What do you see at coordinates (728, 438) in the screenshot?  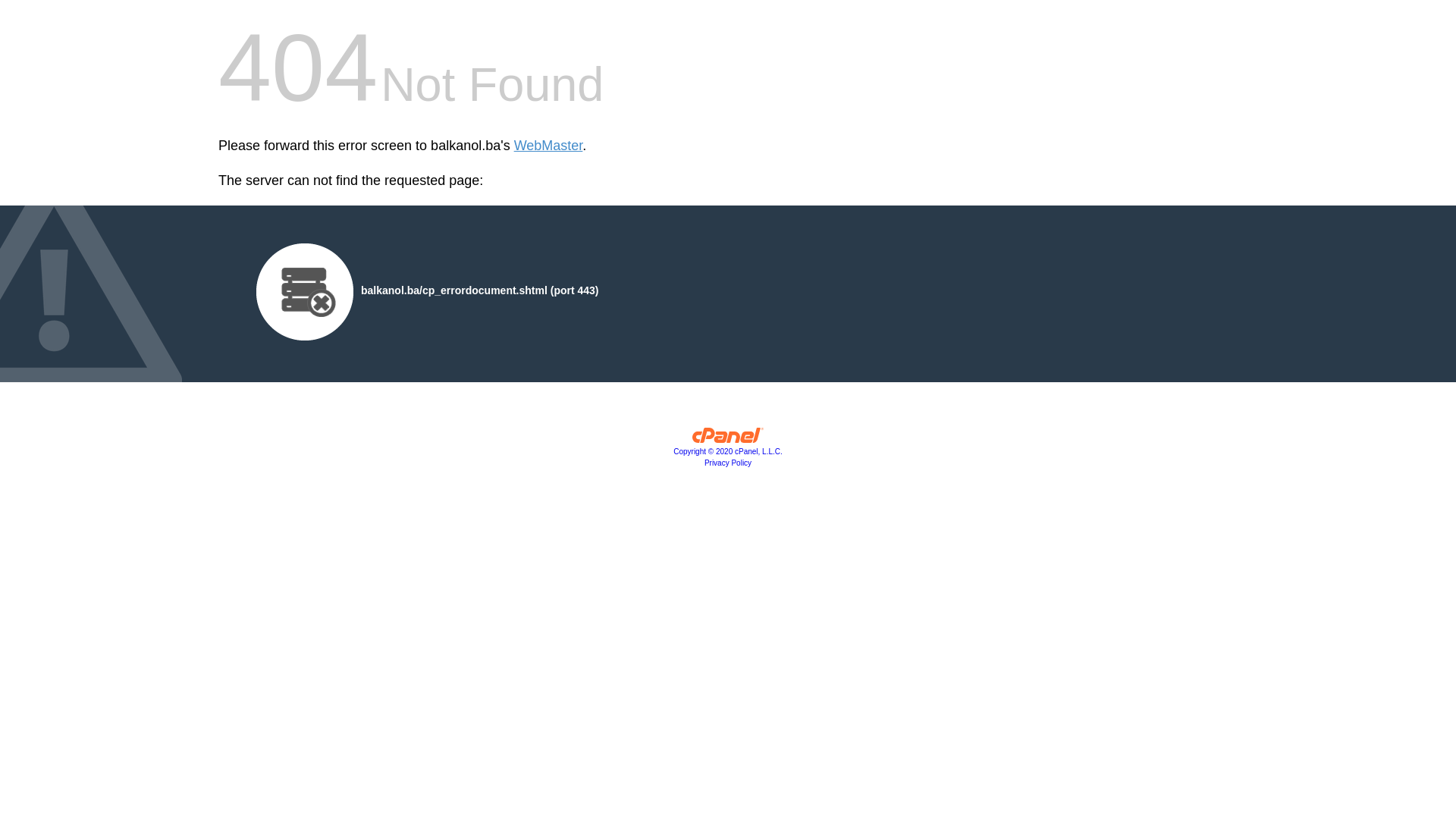 I see `'cPanel, Inc.'` at bounding box center [728, 438].